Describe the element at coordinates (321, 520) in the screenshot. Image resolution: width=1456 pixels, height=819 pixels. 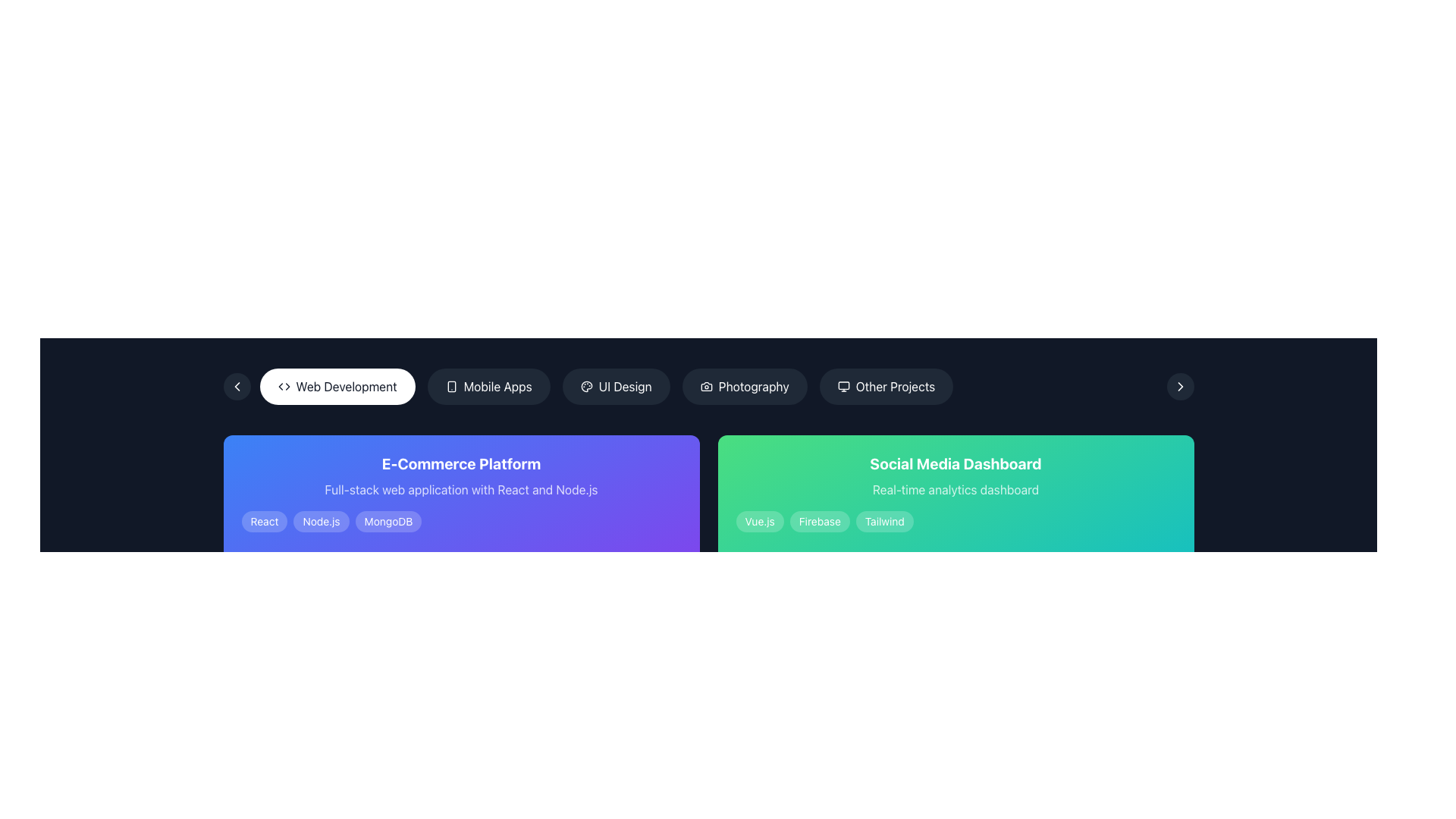
I see `the pill-shaped label with the text 'Node.js', which has a light purple background and white text, located near the bottom of the 'E-Commerce Platform' card, as it is the second label in a group of three labels` at that location.